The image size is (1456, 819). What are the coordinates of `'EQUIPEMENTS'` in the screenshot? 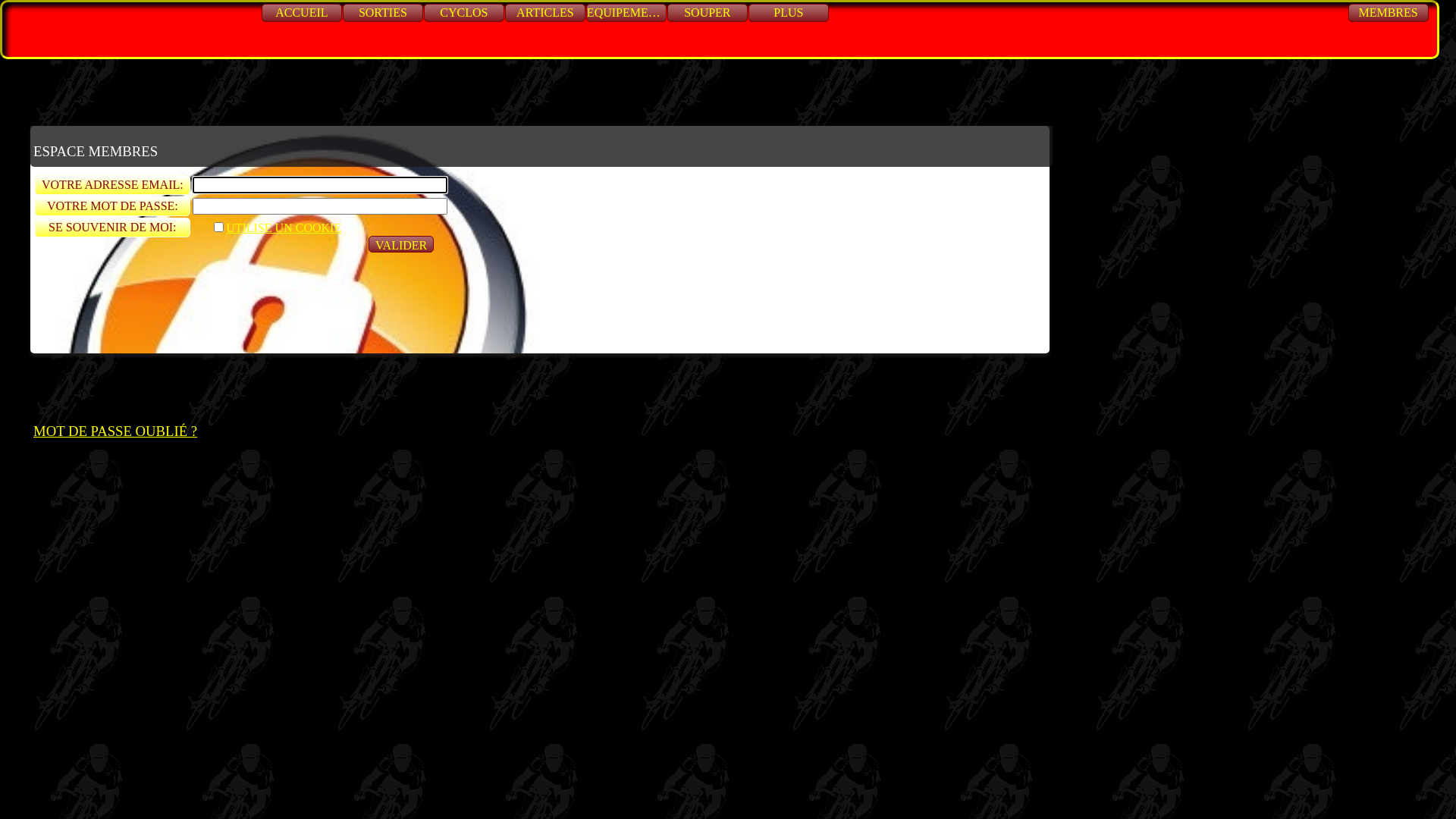 It's located at (585, 12).